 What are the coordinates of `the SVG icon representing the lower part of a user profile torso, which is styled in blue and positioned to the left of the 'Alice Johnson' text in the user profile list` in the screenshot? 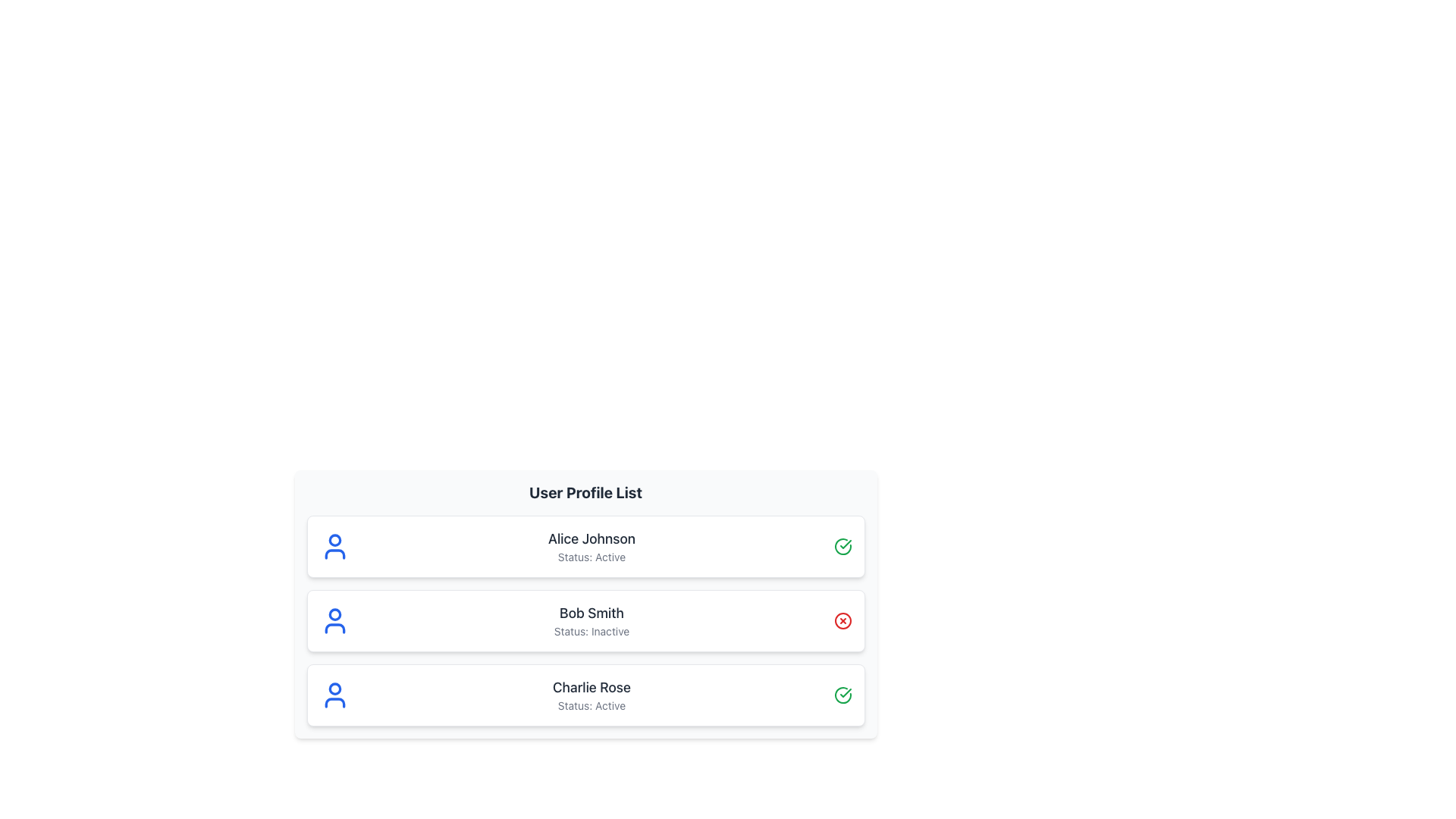 It's located at (334, 554).